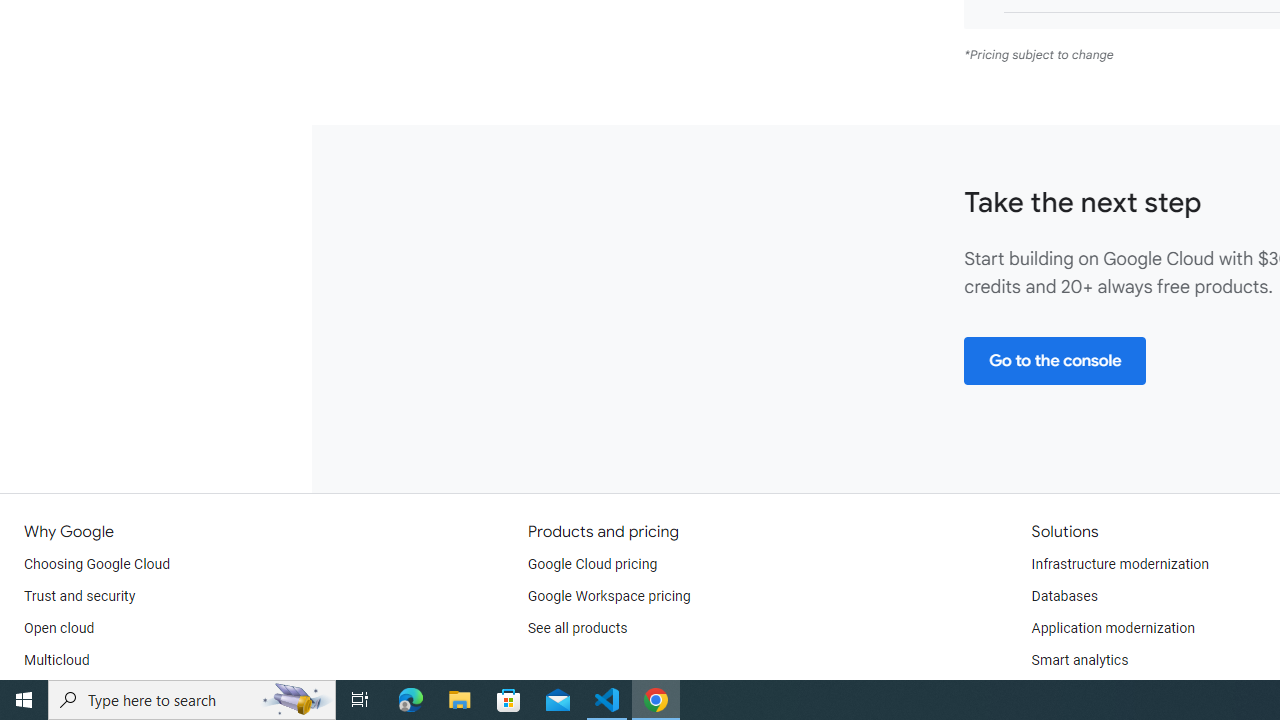 The image size is (1280, 720). Describe the element at coordinates (59, 627) in the screenshot. I see `'Open cloud'` at that location.